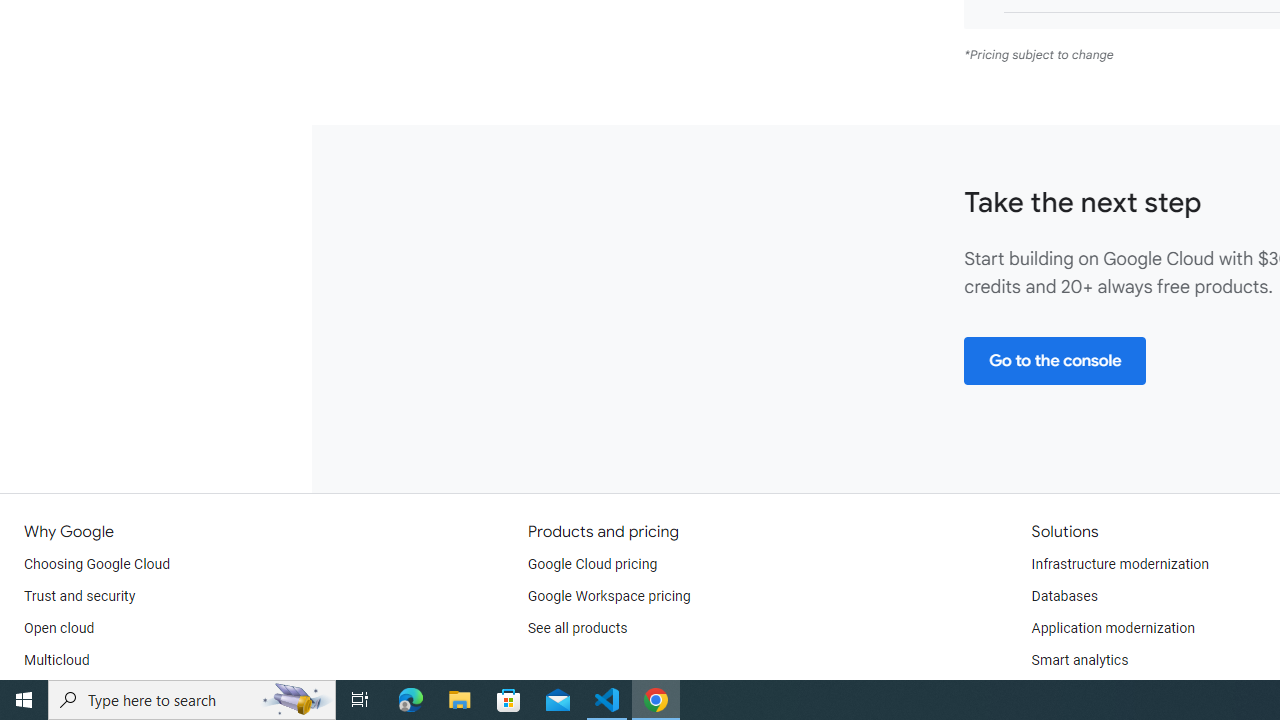 The image size is (1280, 720). Describe the element at coordinates (59, 627) in the screenshot. I see `'Open cloud'` at that location.